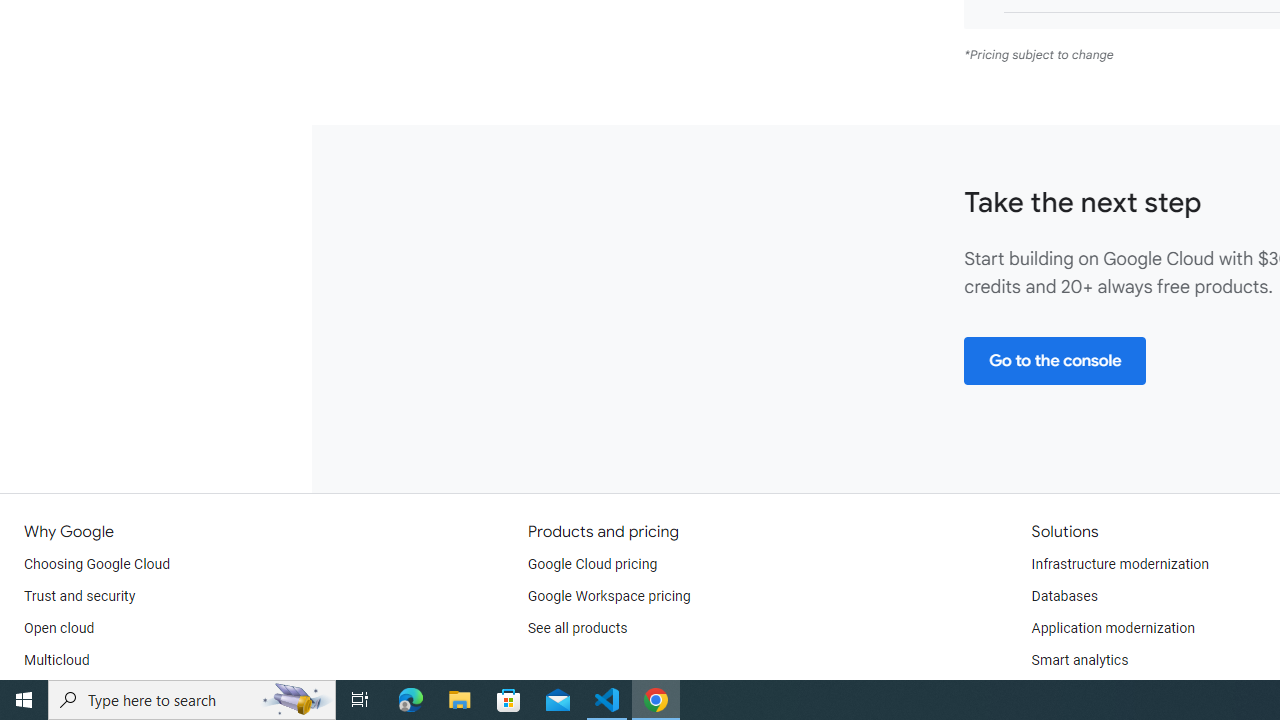 The image size is (1280, 720). Describe the element at coordinates (59, 627) in the screenshot. I see `'Open cloud'` at that location.